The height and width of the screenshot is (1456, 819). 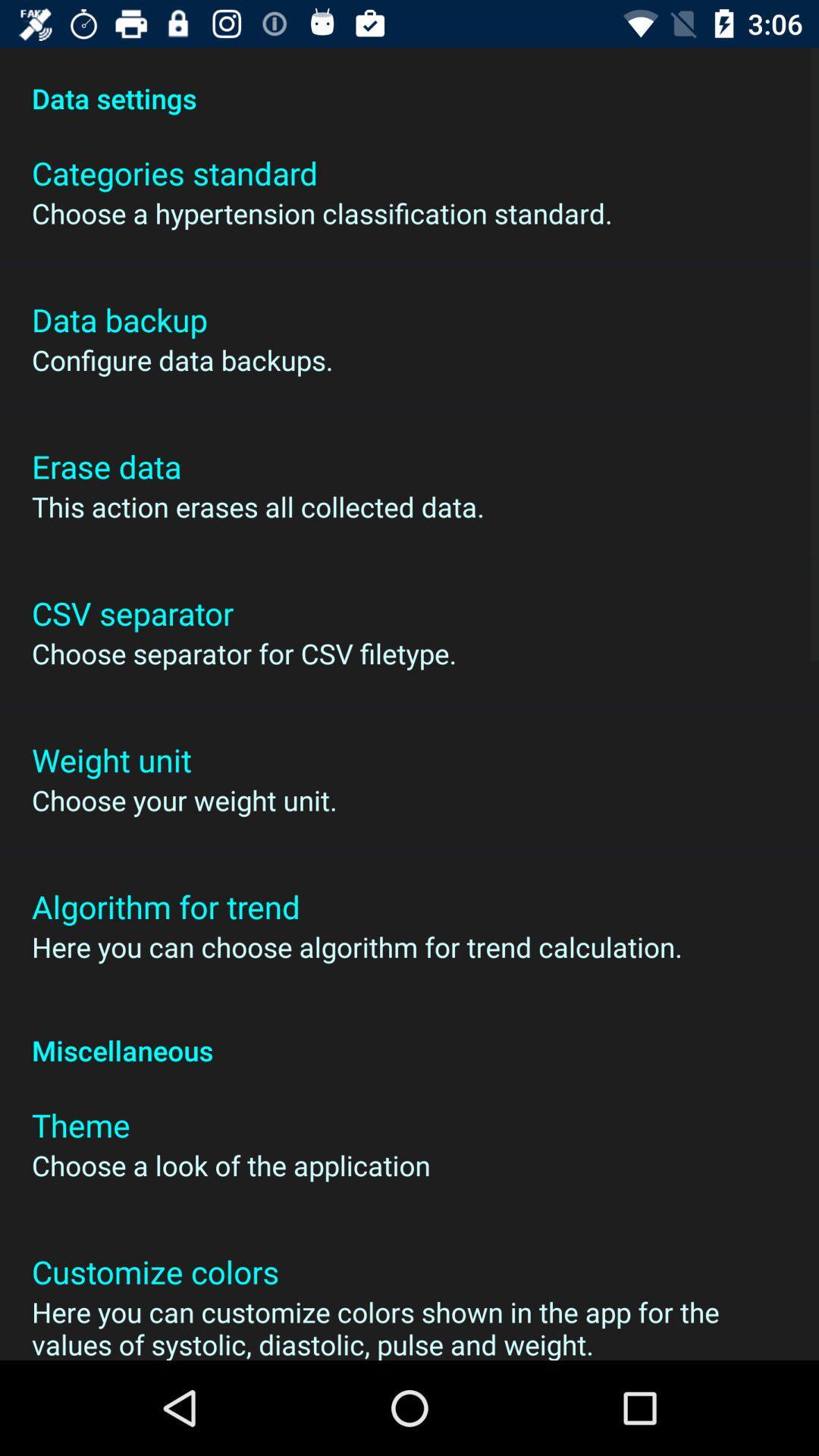 What do you see at coordinates (181, 359) in the screenshot?
I see `the icon above the erase data` at bounding box center [181, 359].